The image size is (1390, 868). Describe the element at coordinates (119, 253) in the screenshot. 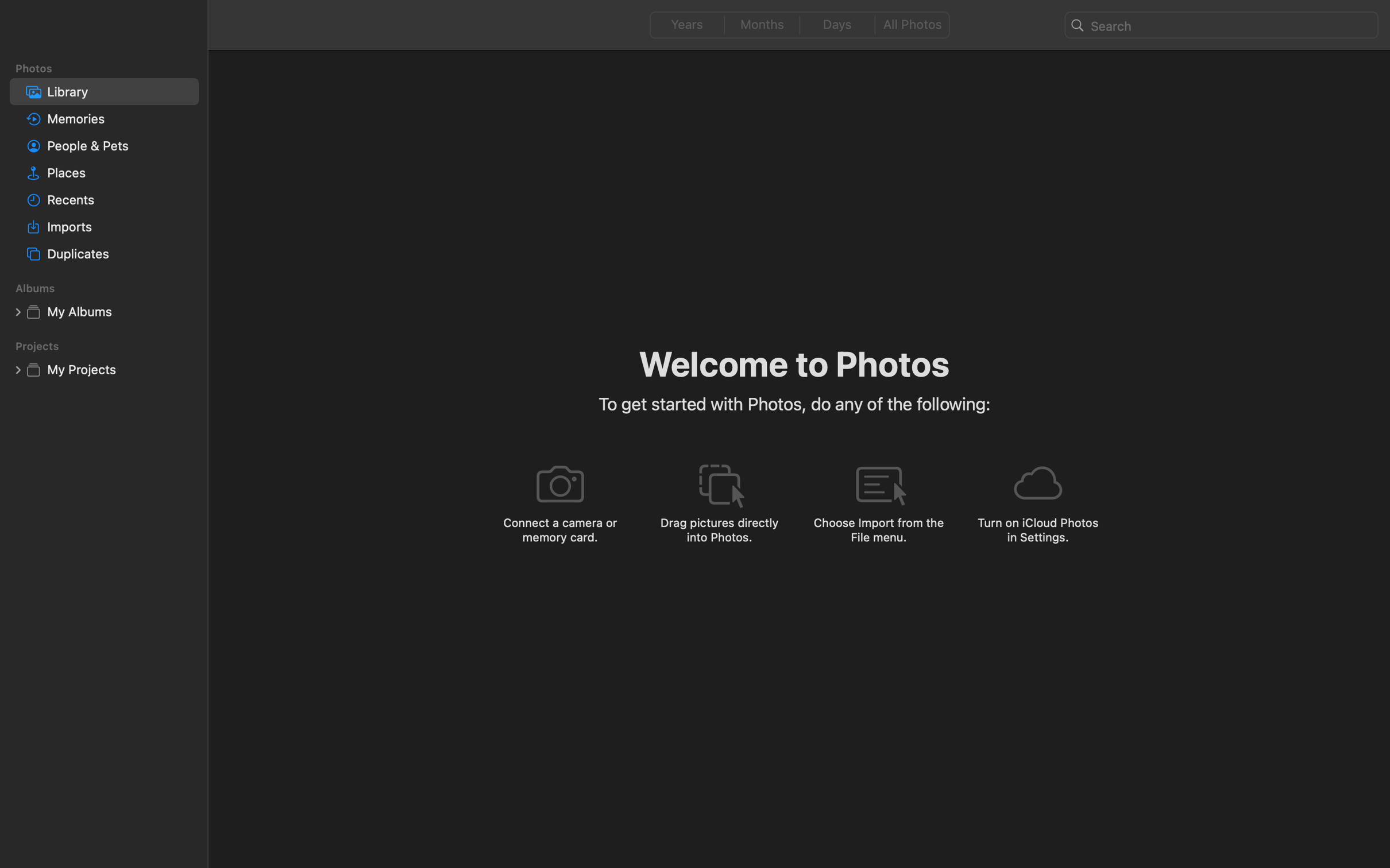

I see `'Duplicates'` at that location.